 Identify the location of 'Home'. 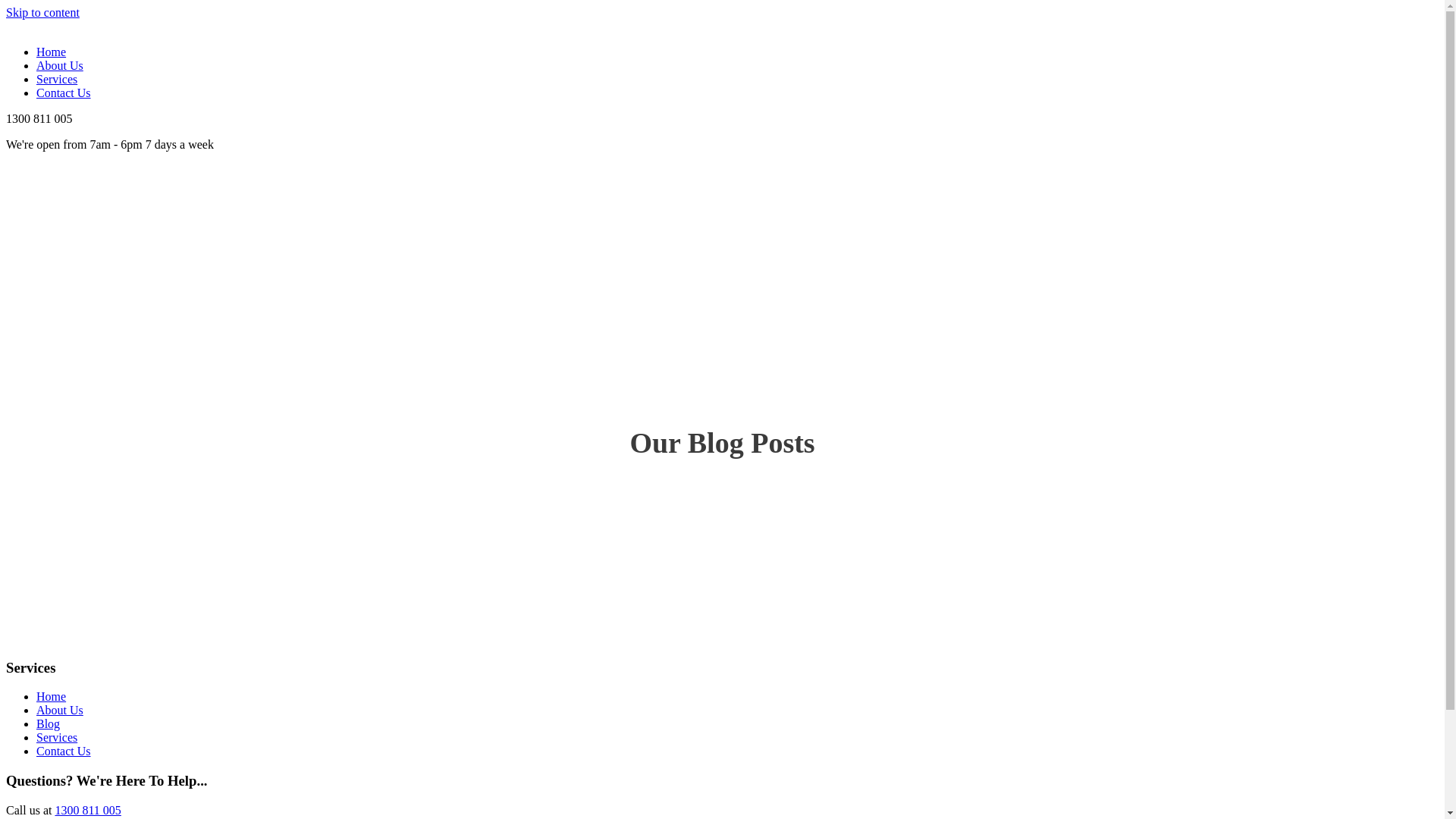
(51, 696).